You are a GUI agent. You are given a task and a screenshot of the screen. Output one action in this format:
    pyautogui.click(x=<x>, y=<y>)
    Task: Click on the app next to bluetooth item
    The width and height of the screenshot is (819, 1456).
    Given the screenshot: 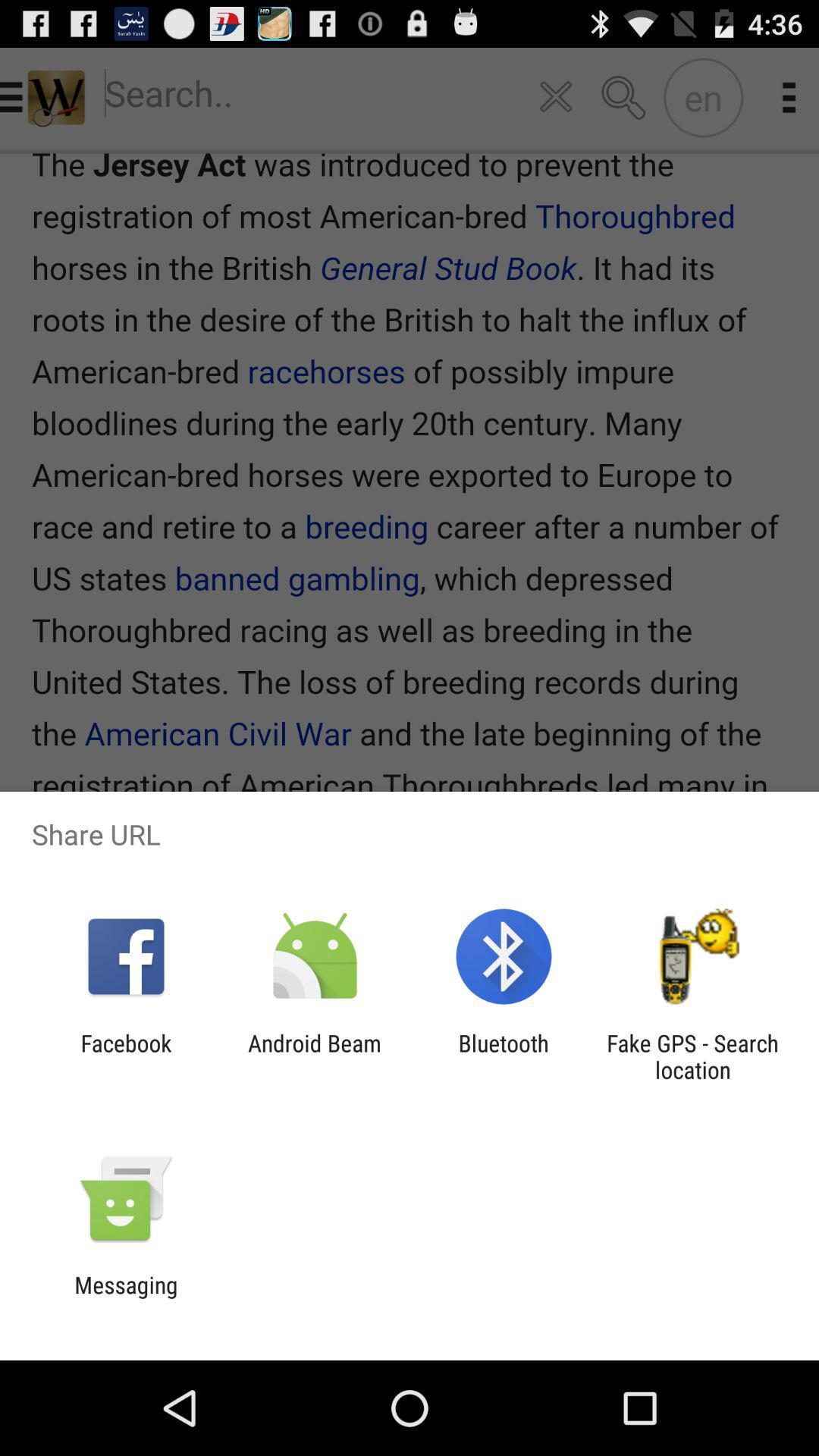 What is the action you would take?
    pyautogui.click(x=692, y=1056)
    